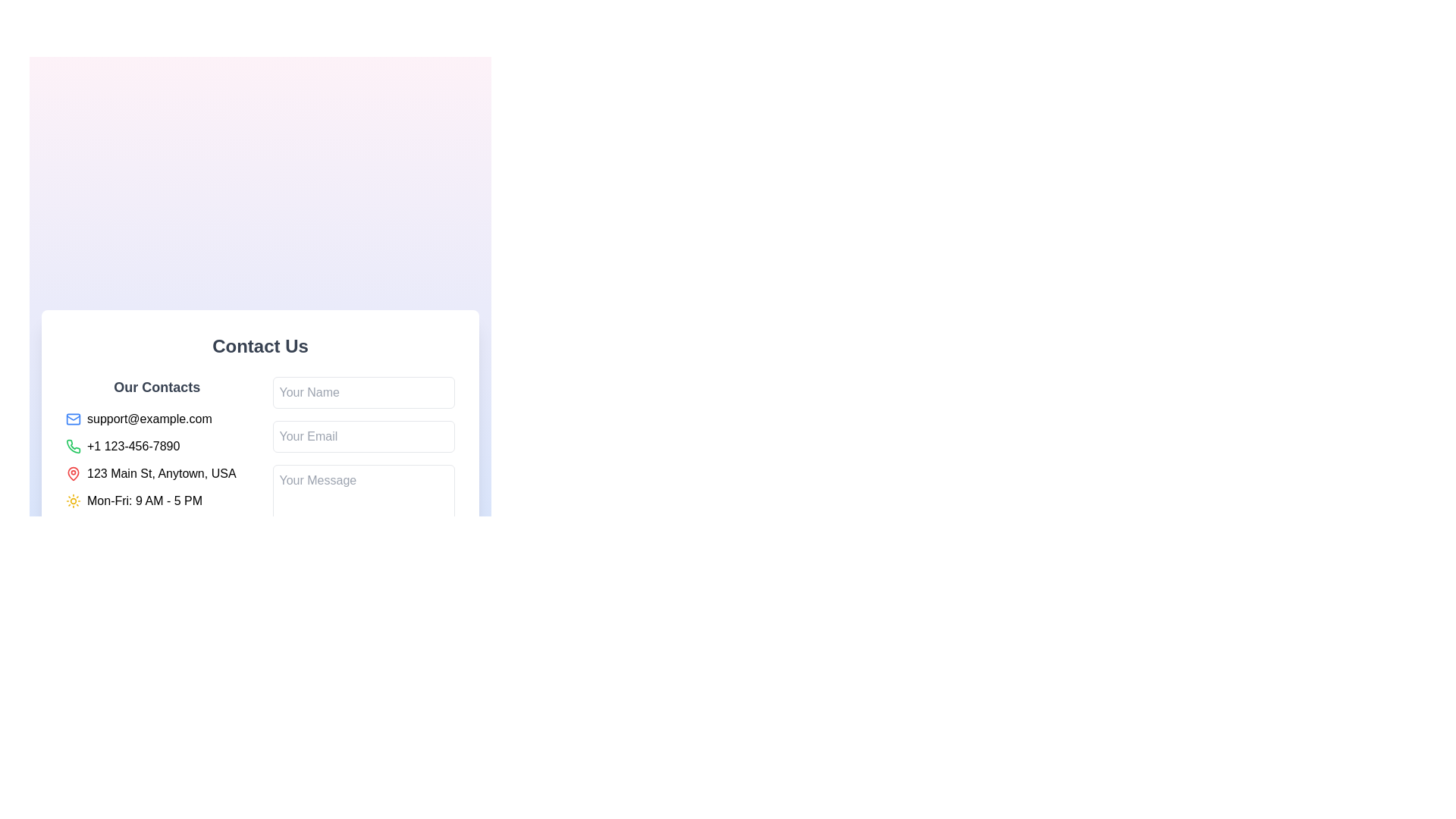 Image resolution: width=1456 pixels, height=819 pixels. Describe the element at coordinates (72, 472) in the screenshot. I see `the red map pin icon located next to the address text '123 Main St, Anytown, USA' as a static visual cue` at that location.